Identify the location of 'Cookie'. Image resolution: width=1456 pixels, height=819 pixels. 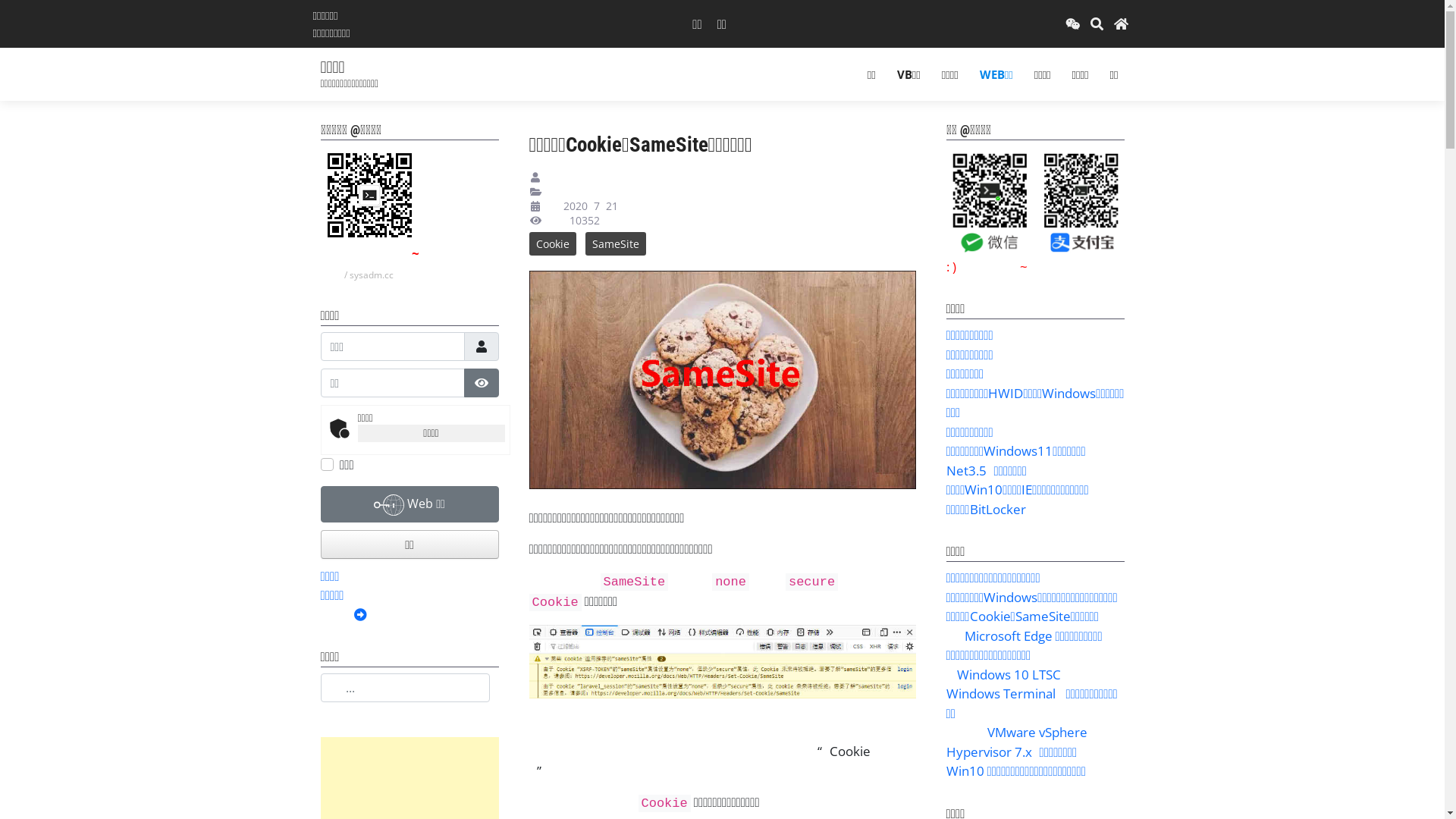
(552, 243).